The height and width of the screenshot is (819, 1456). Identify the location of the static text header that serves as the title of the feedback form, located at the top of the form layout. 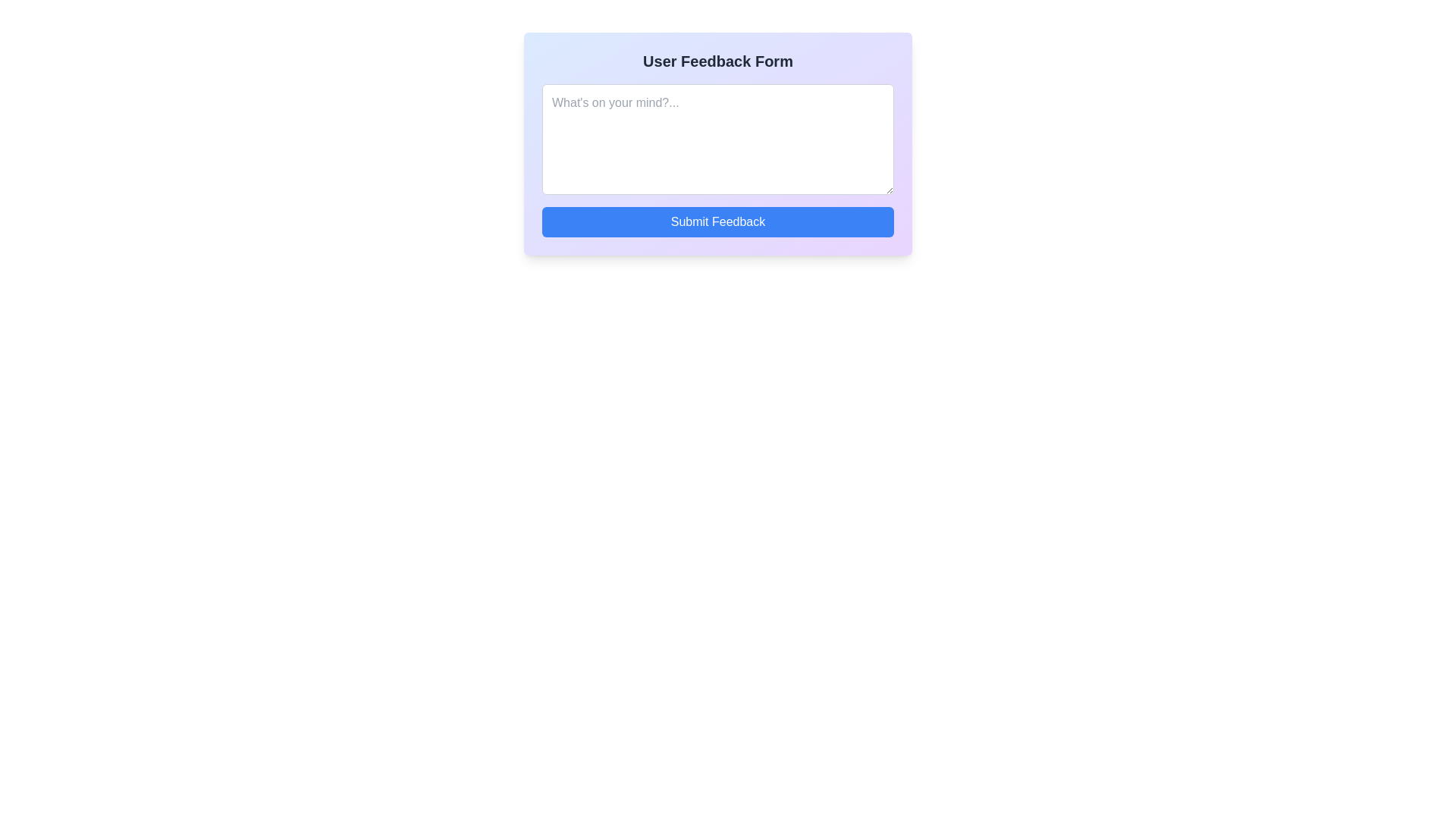
(717, 61).